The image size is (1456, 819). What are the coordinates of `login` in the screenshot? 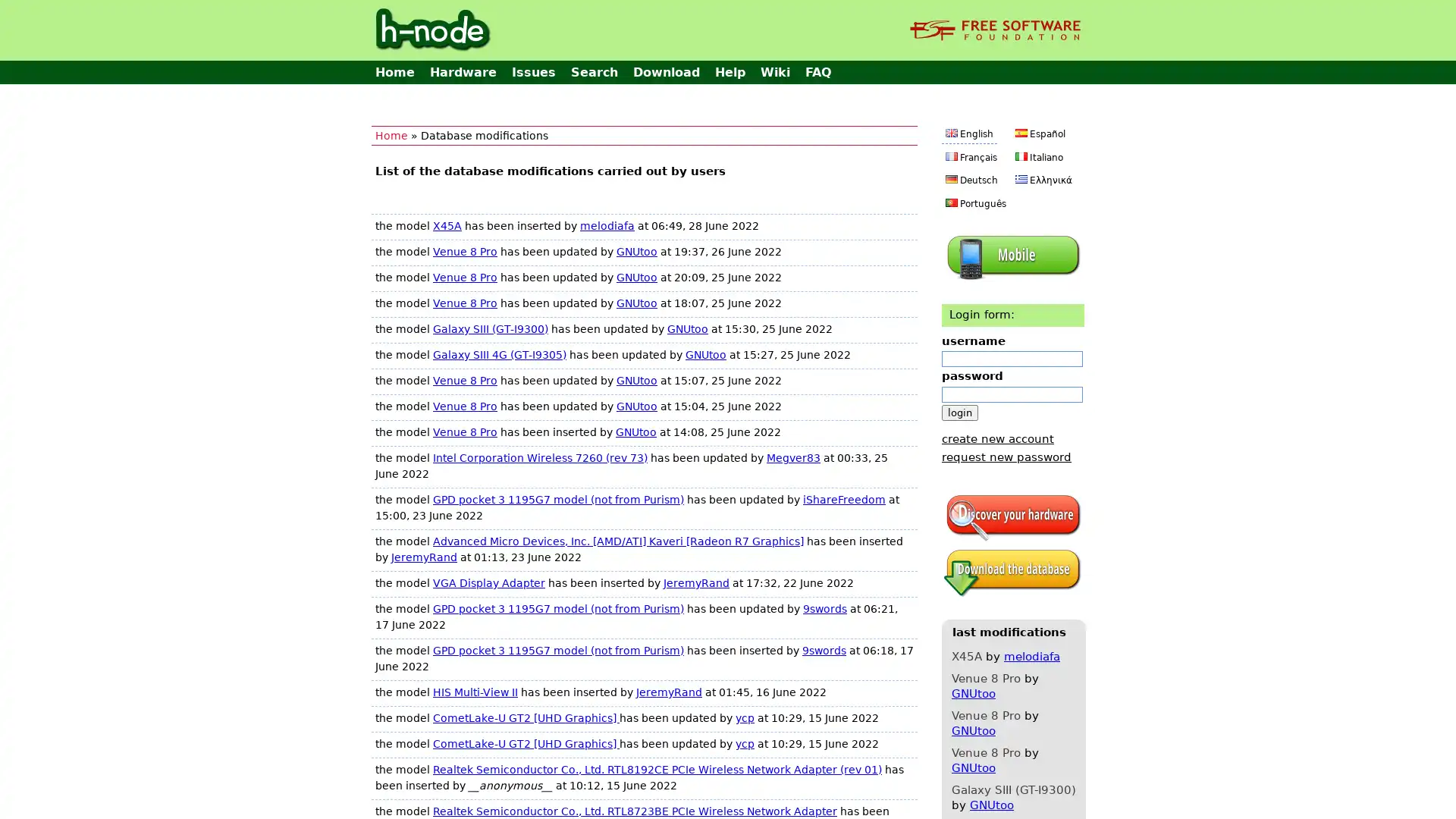 It's located at (959, 412).